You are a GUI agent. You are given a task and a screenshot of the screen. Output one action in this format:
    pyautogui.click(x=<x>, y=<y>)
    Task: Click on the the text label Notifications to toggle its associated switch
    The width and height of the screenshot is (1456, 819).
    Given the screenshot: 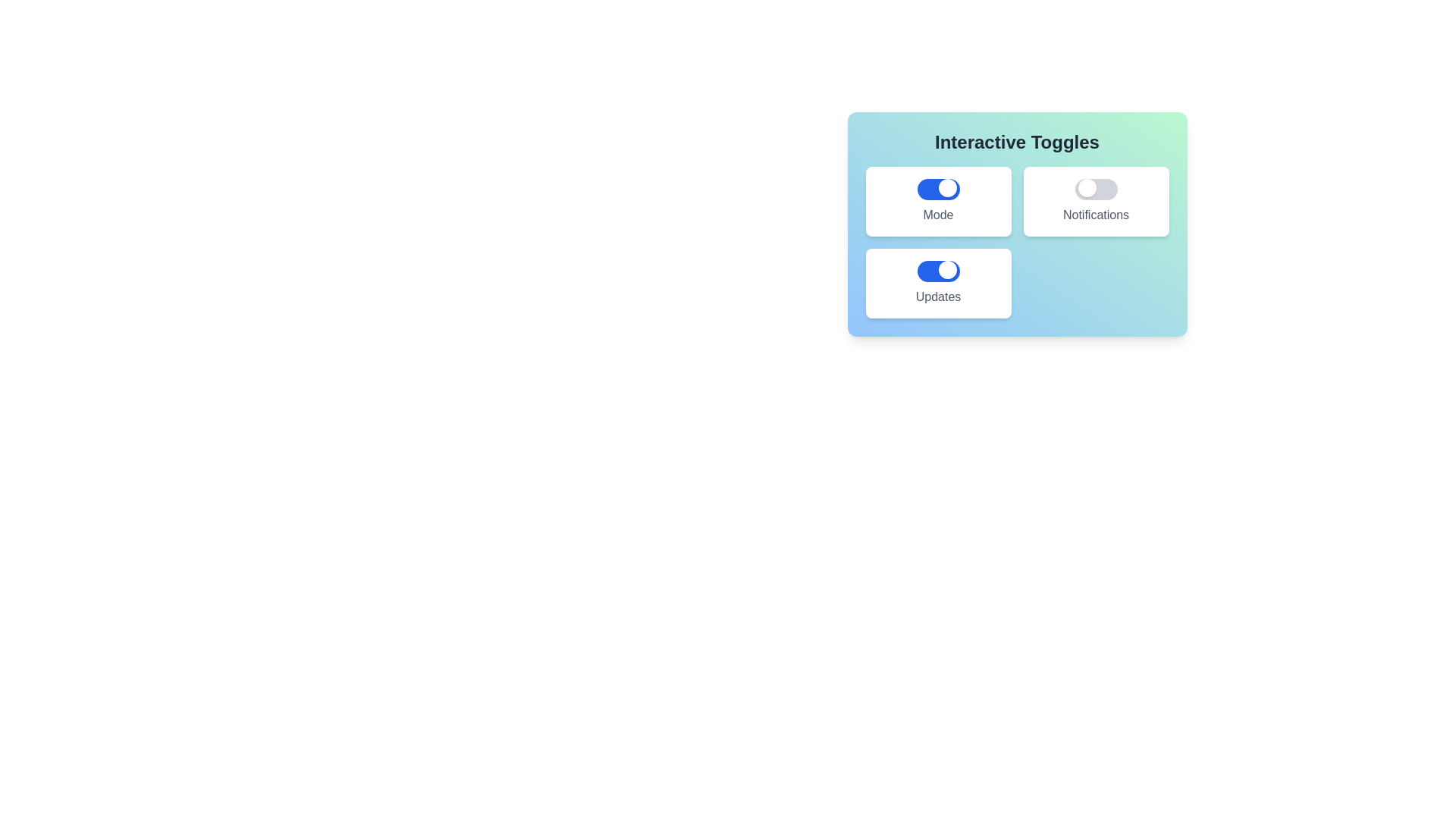 What is the action you would take?
    pyautogui.click(x=1096, y=215)
    